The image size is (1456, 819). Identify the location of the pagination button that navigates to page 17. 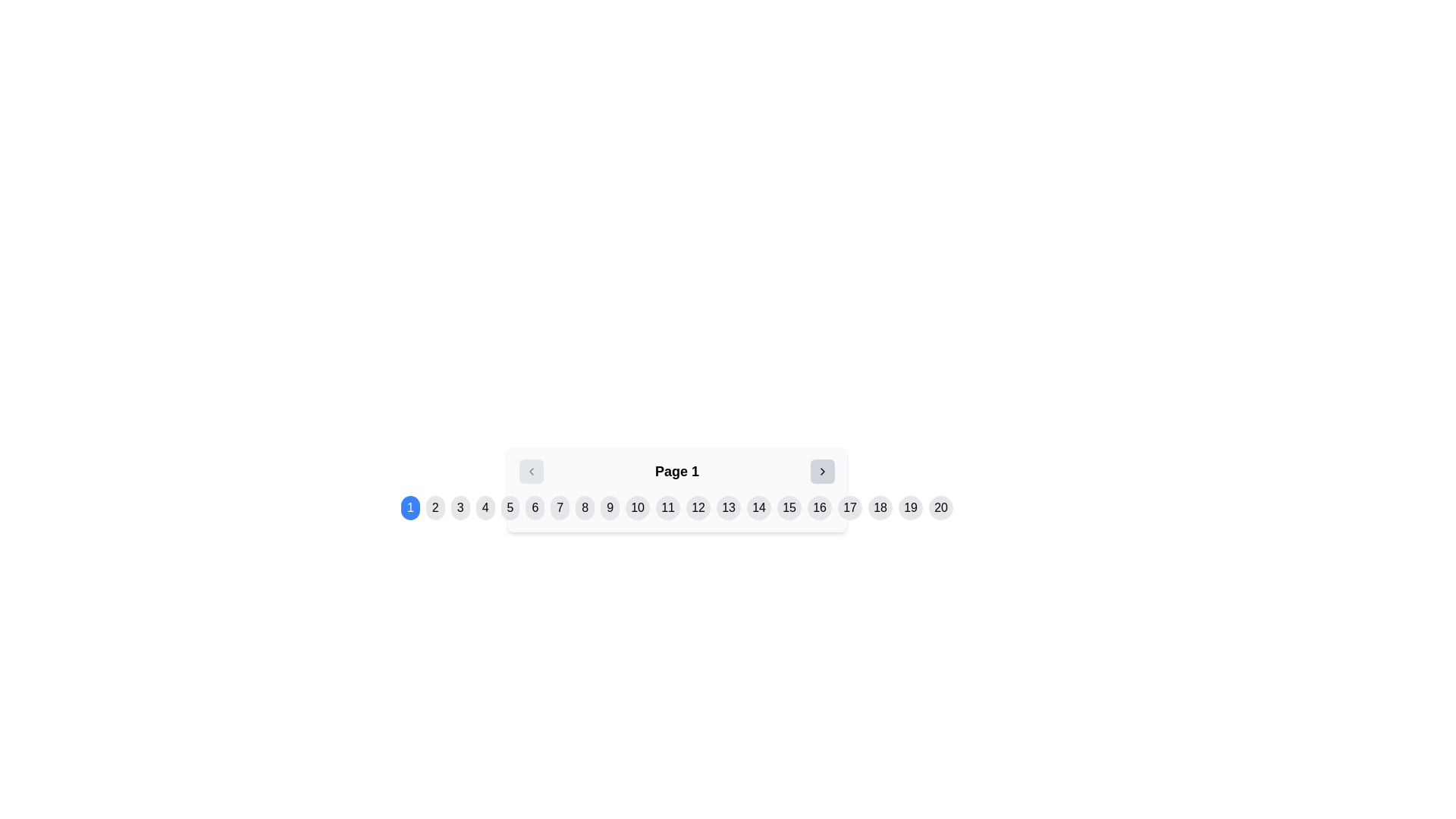
(850, 508).